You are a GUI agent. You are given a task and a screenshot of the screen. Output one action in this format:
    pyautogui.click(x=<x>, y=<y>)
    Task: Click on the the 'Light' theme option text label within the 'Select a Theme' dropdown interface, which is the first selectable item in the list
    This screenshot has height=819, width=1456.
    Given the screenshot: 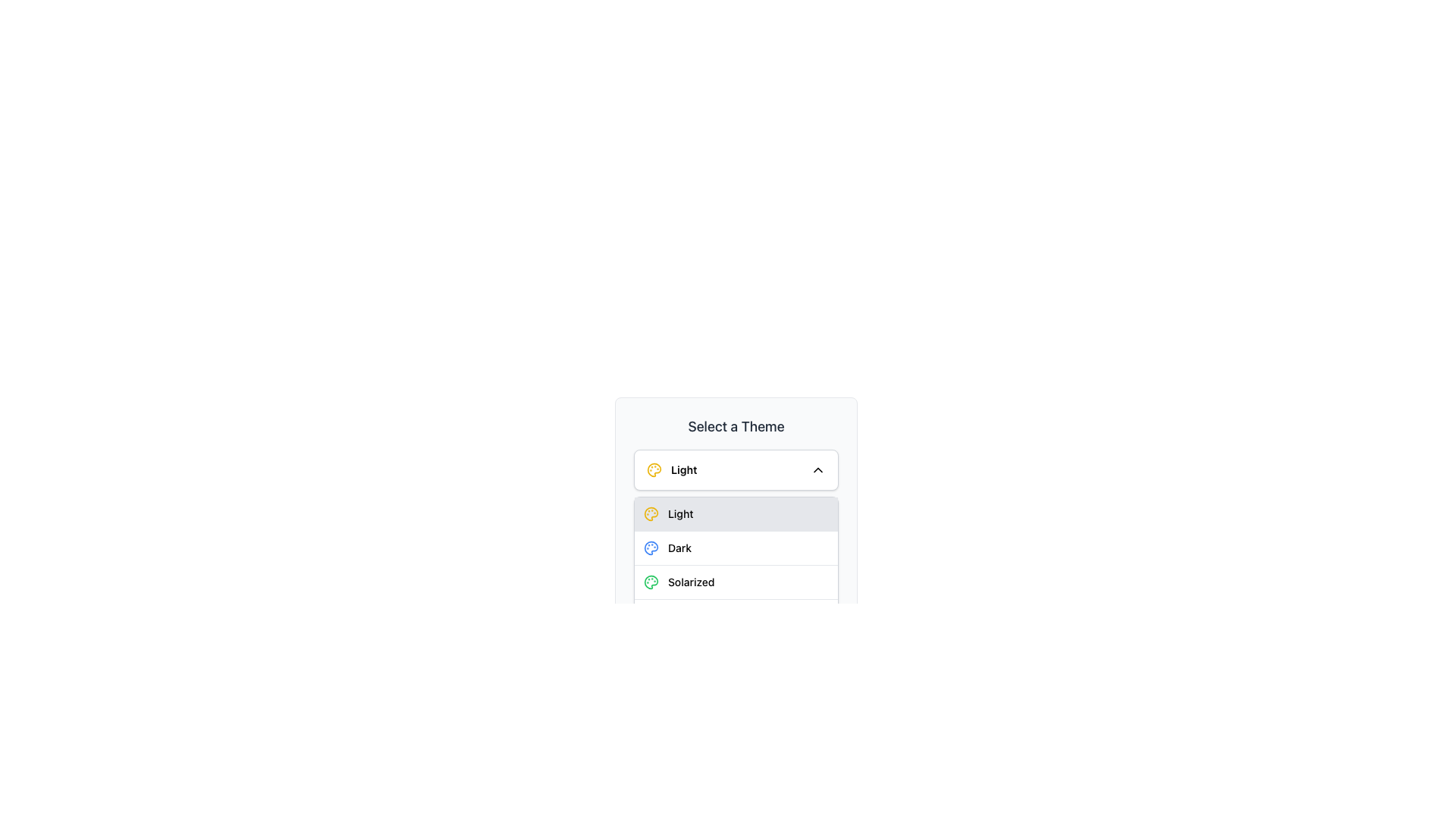 What is the action you would take?
    pyautogui.click(x=683, y=469)
    